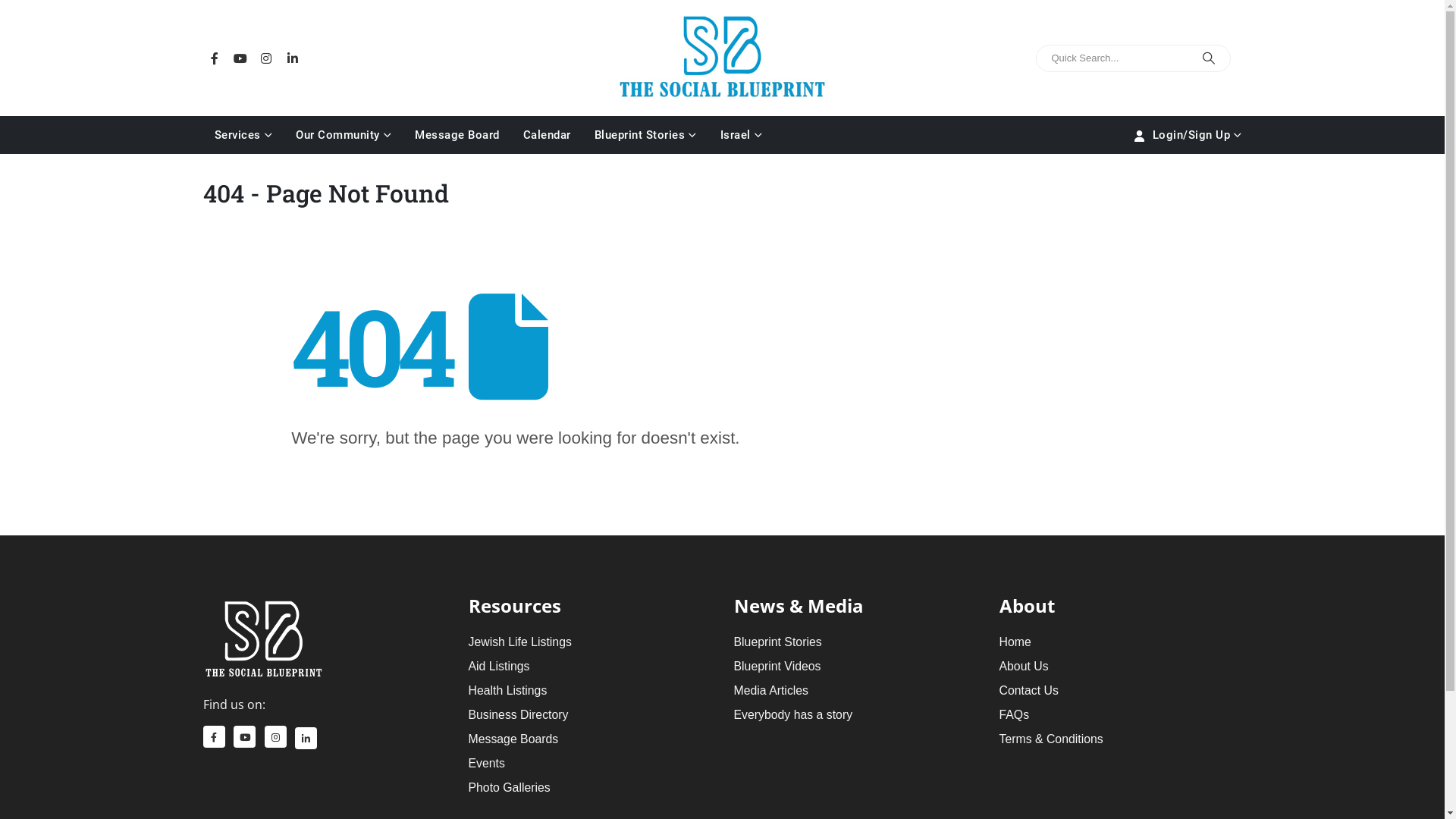 This screenshot has width=1456, height=819. I want to click on 'Home', so click(1015, 642).